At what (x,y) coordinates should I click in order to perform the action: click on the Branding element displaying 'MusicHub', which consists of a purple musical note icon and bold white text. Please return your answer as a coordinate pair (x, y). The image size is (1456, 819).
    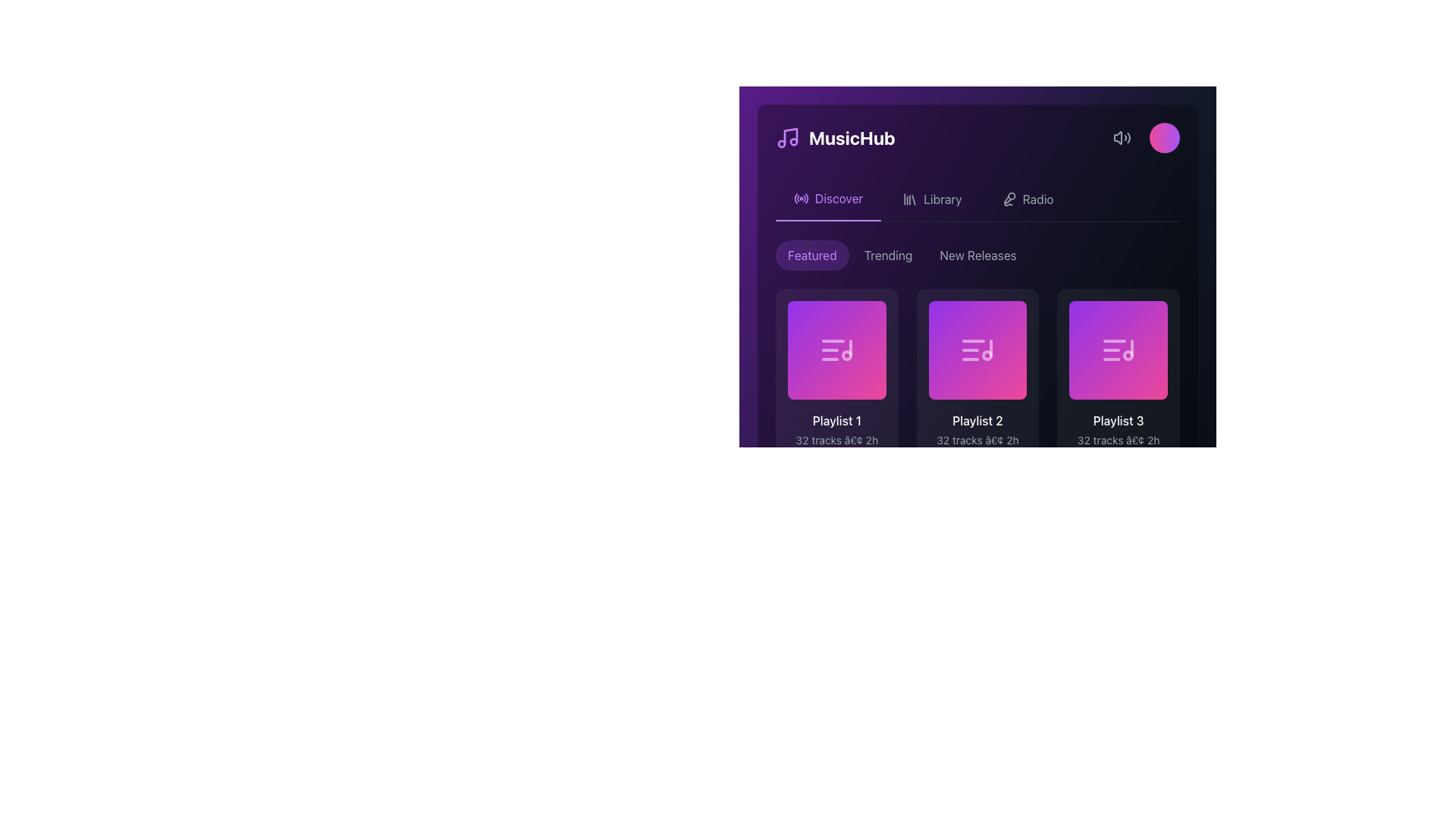
    Looking at the image, I should click on (834, 137).